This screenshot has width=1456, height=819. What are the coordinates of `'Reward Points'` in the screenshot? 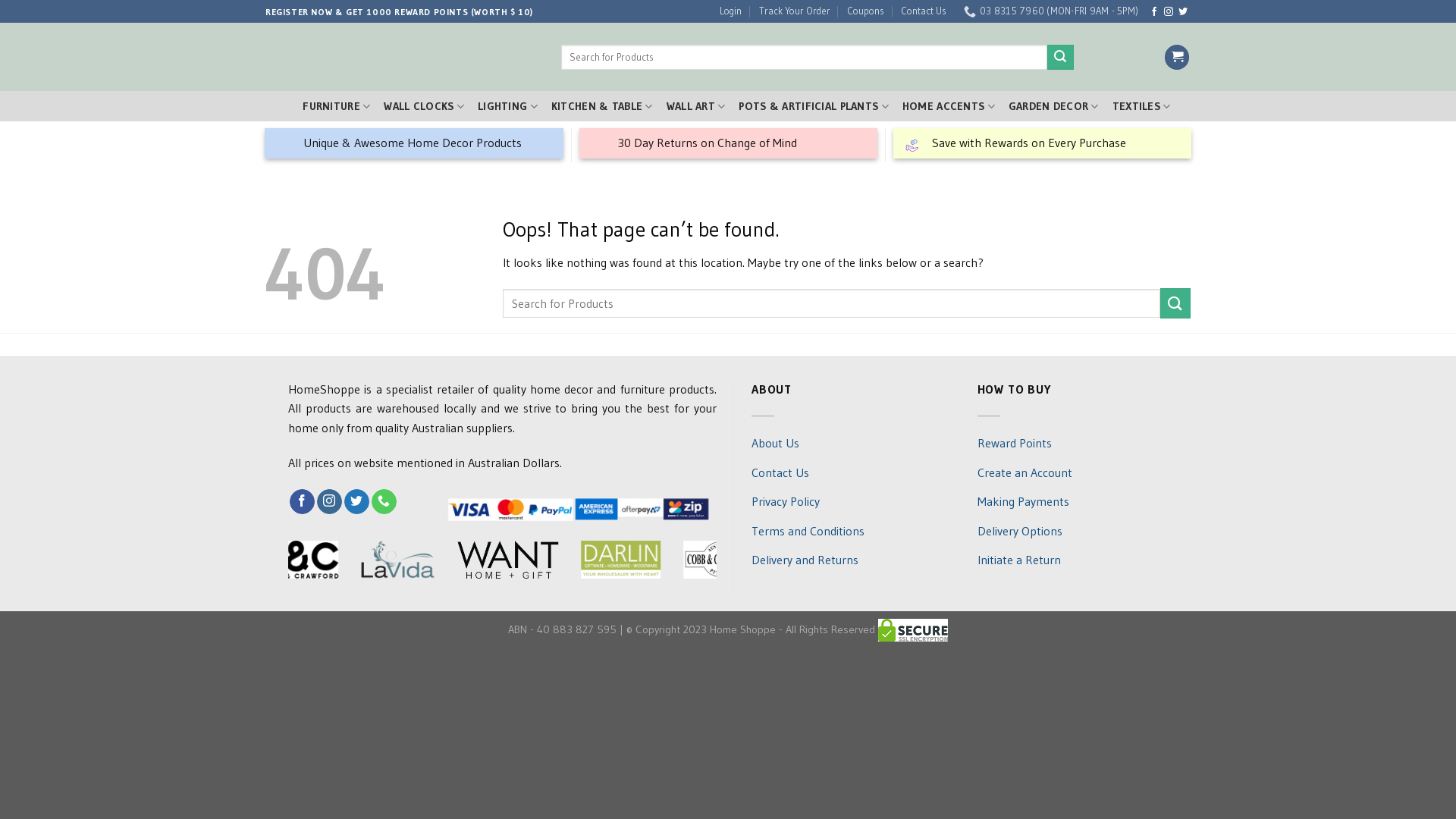 It's located at (1014, 444).